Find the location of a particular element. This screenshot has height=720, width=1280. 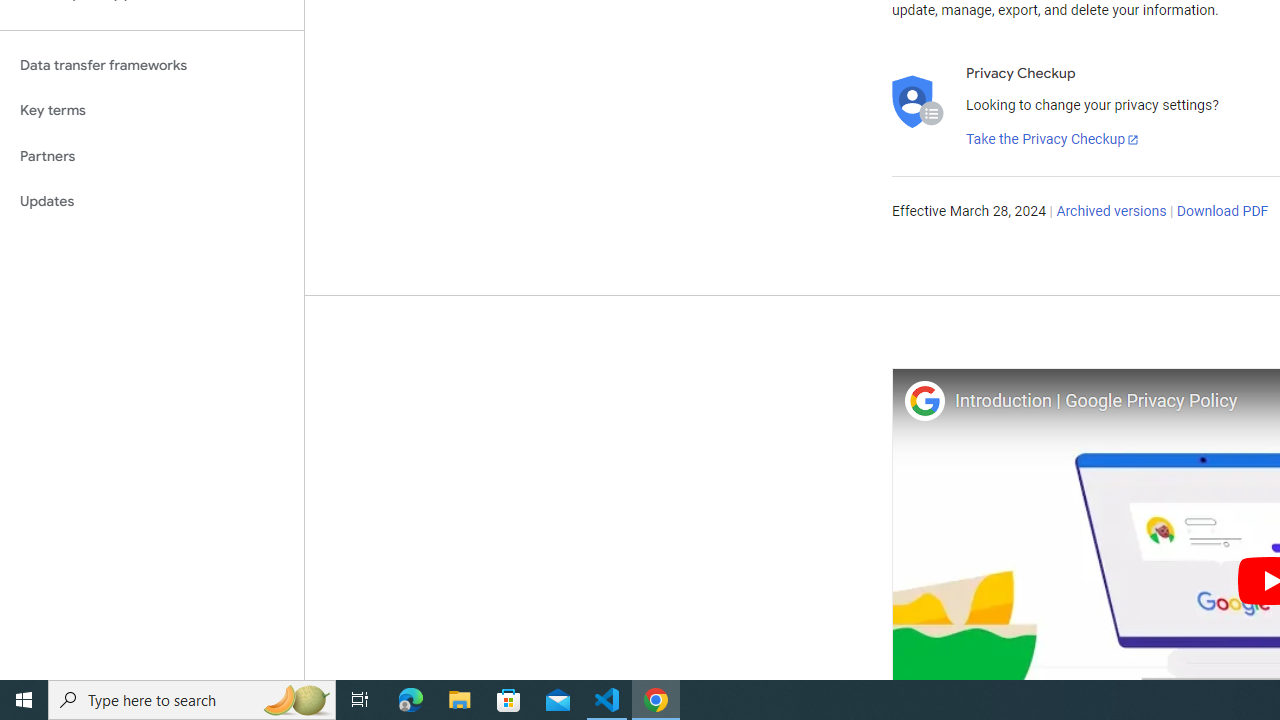

'Take the Privacy Checkup' is located at coordinates (1052, 139).